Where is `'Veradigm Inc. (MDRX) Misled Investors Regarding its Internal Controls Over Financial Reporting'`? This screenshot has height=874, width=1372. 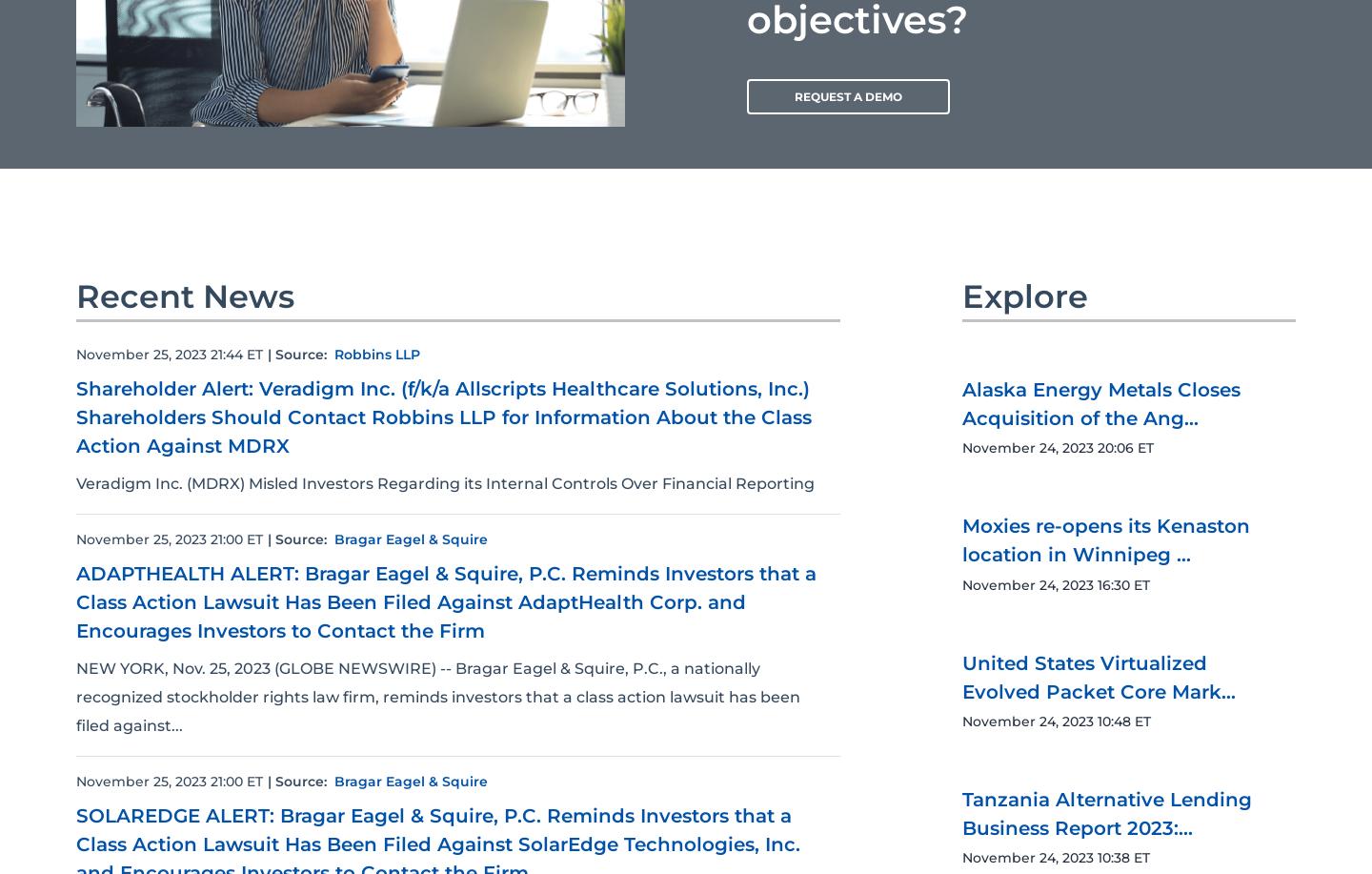 'Veradigm Inc. (MDRX) Misled Investors Regarding its Internal Controls Over Financial Reporting' is located at coordinates (76, 481).